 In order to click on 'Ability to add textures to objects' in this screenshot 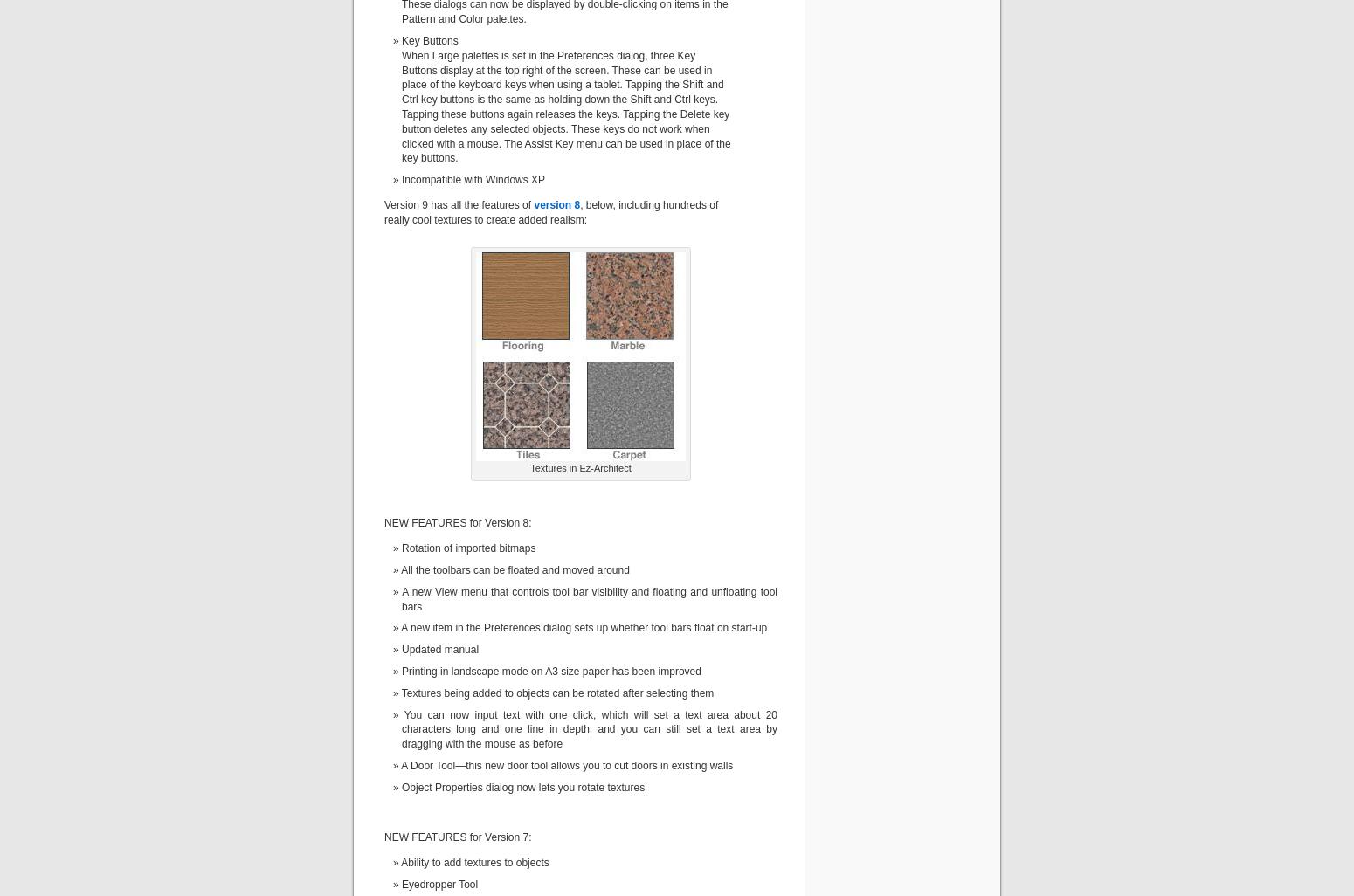, I will do `click(473, 862)`.